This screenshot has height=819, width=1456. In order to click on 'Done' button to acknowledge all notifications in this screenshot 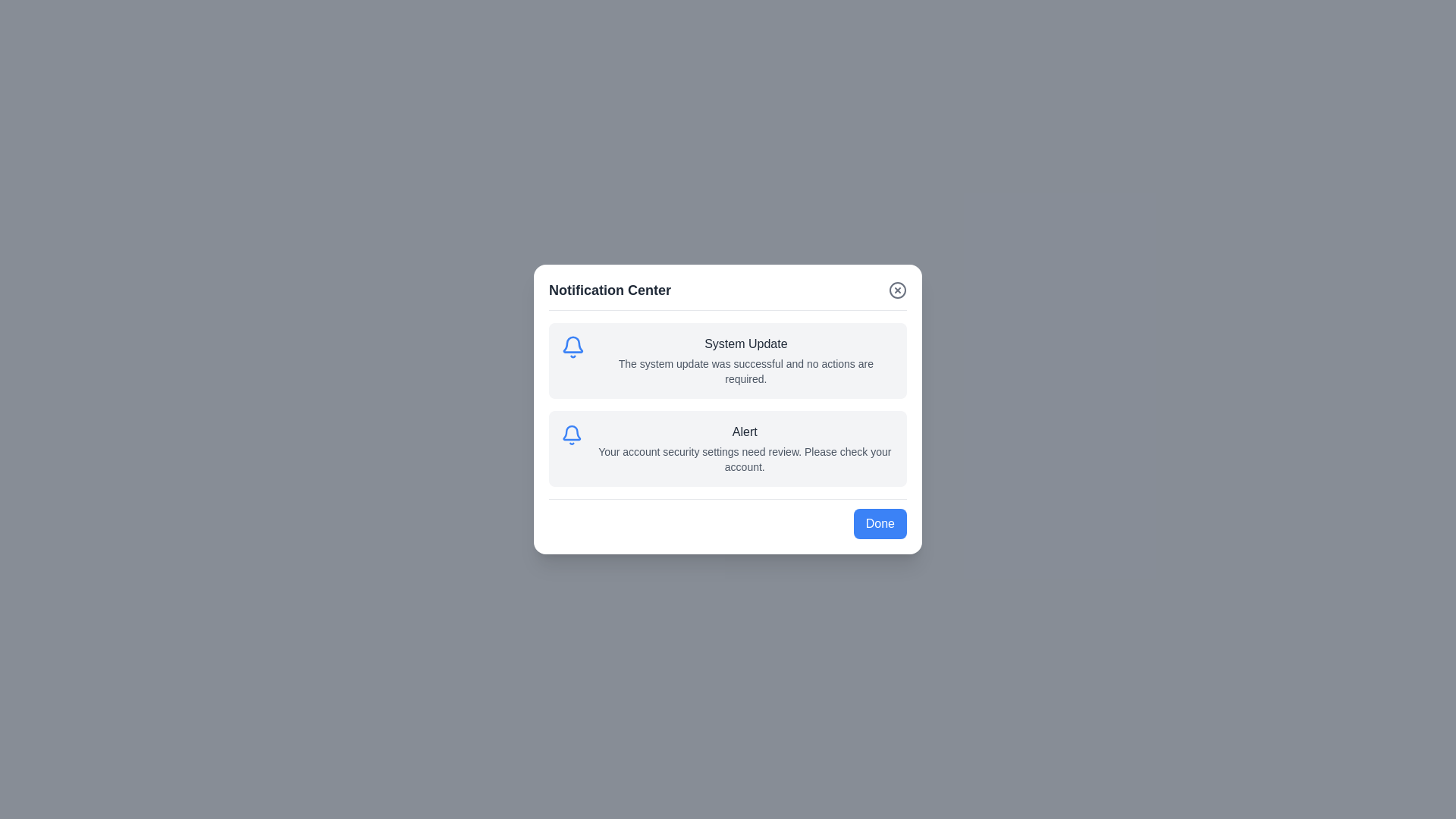, I will do `click(880, 522)`.